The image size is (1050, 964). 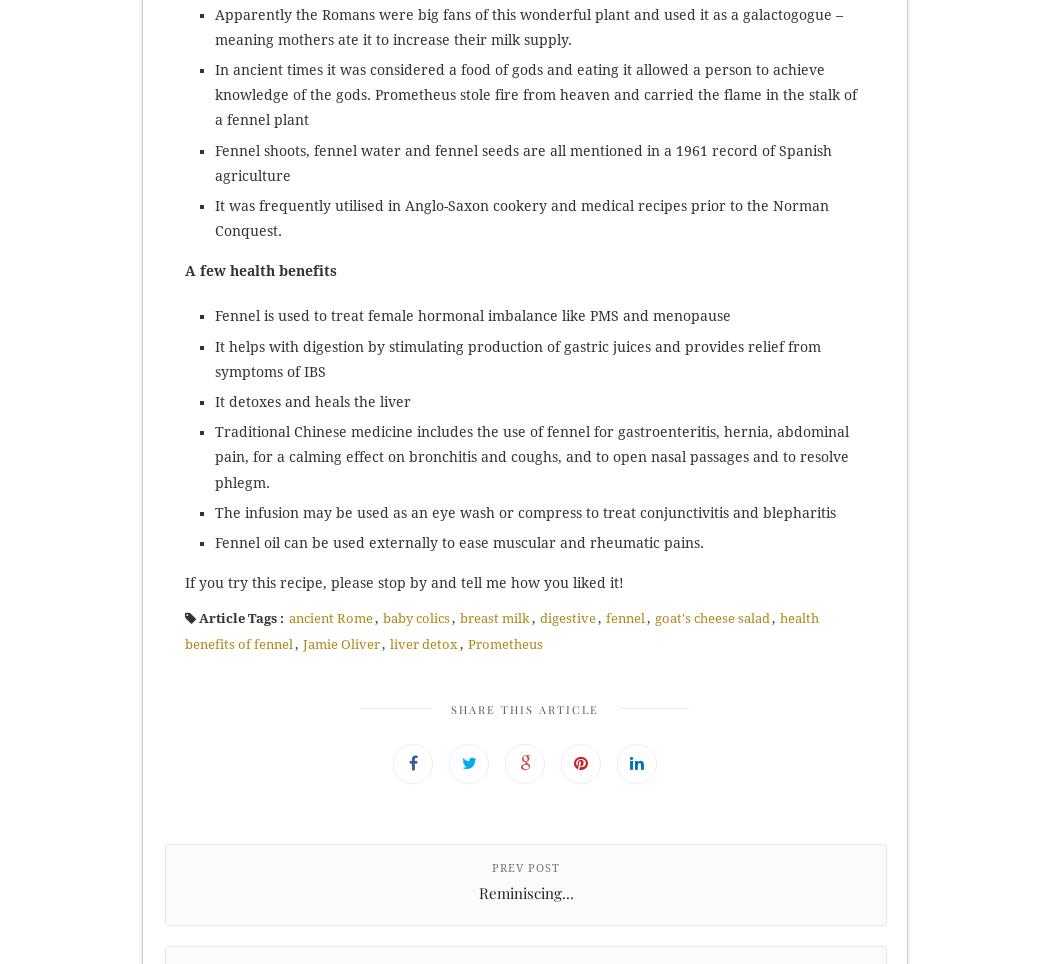 What do you see at coordinates (504, 642) in the screenshot?
I see `'Prometheus'` at bounding box center [504, 642].